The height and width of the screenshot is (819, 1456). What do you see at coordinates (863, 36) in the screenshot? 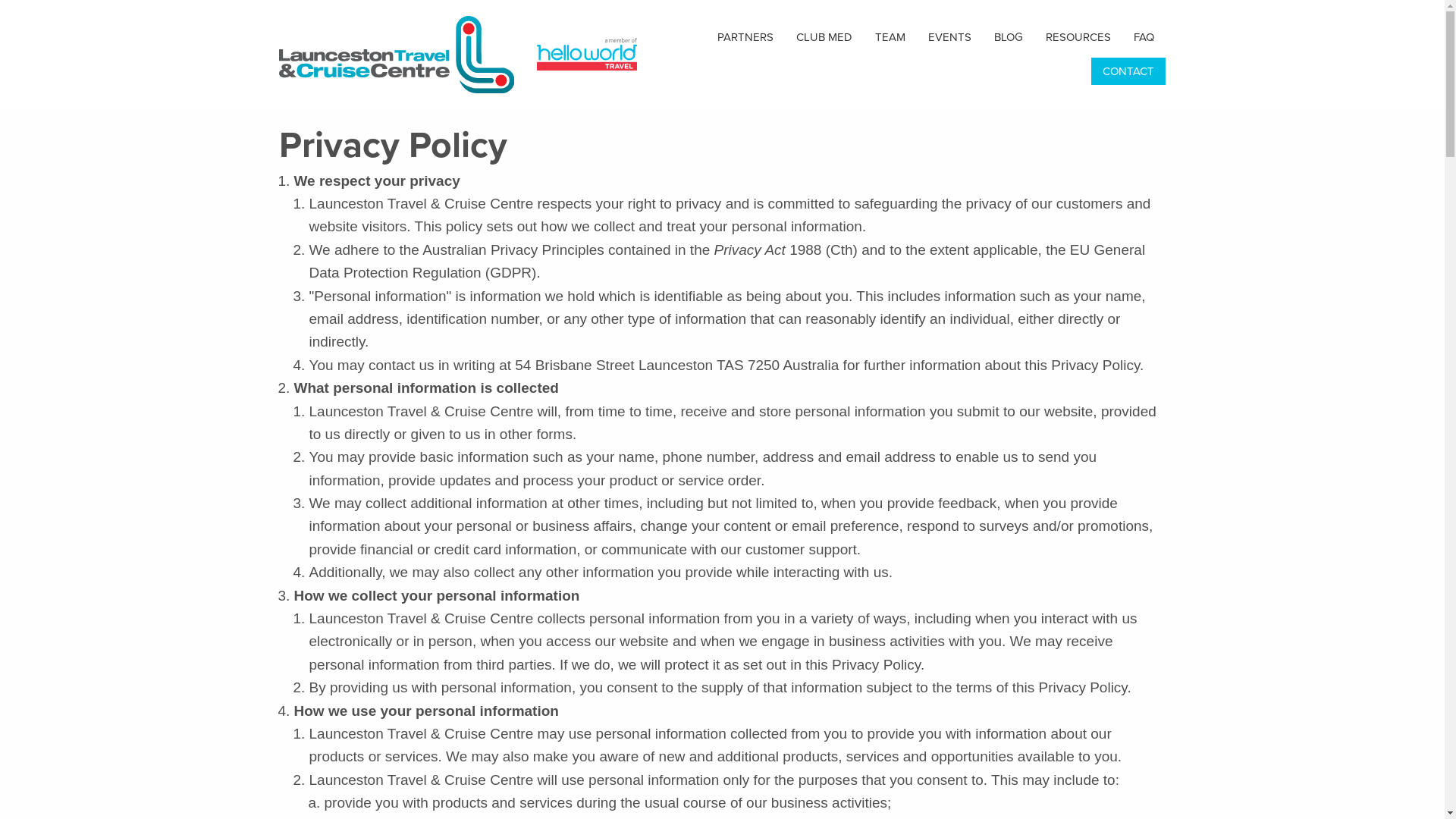
I see `'TEAM'` at bounding box center [863, 36].